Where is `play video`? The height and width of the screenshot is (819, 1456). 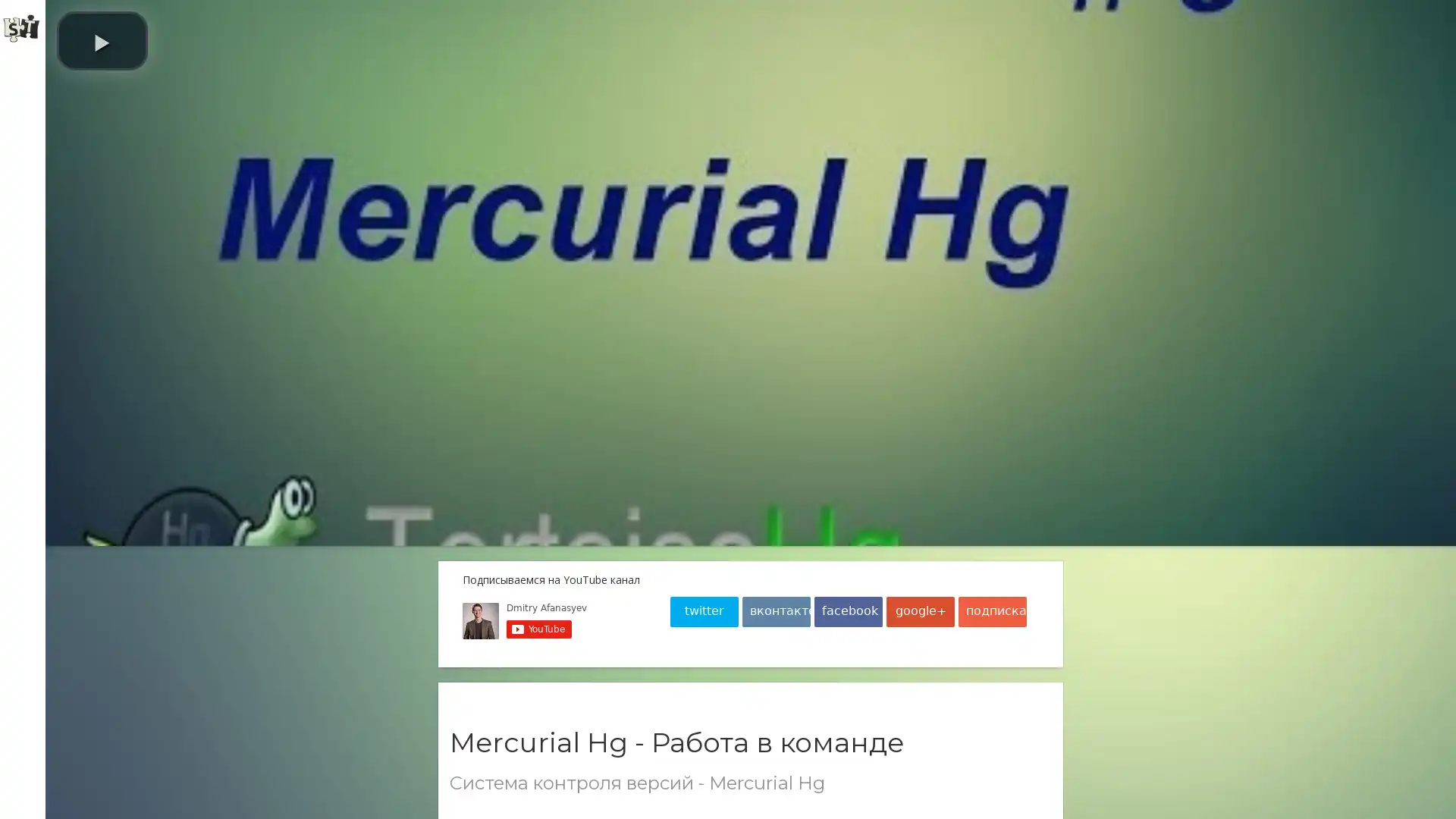 play video is located at coordinates (269, 40).